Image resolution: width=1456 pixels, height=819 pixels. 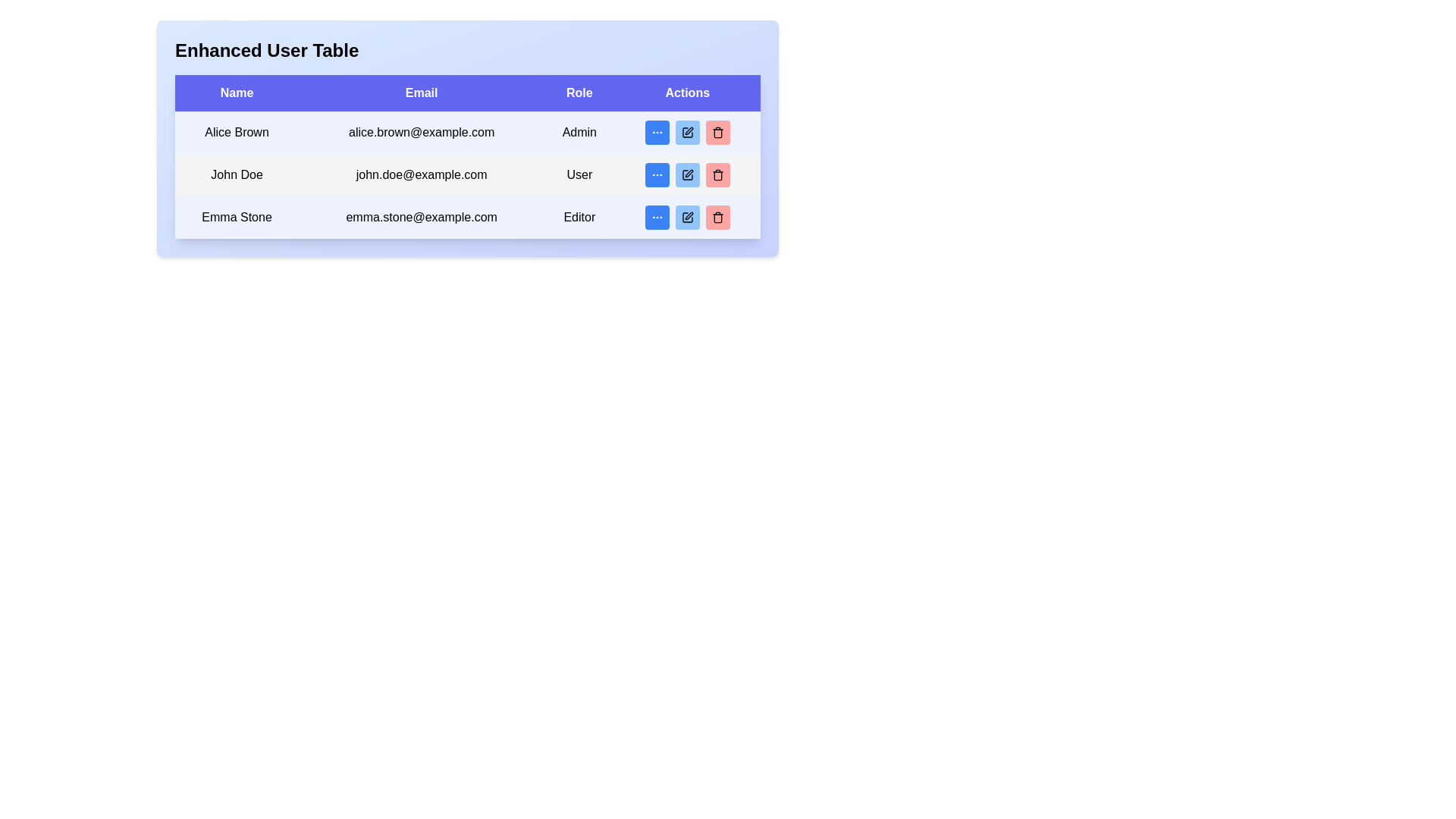 What do you see at coordinates (686, 174) in the screenshot?
I see `the 'Edit' button located in the second row of the 'Actions' column in the table` at bounding box center [686, 174].